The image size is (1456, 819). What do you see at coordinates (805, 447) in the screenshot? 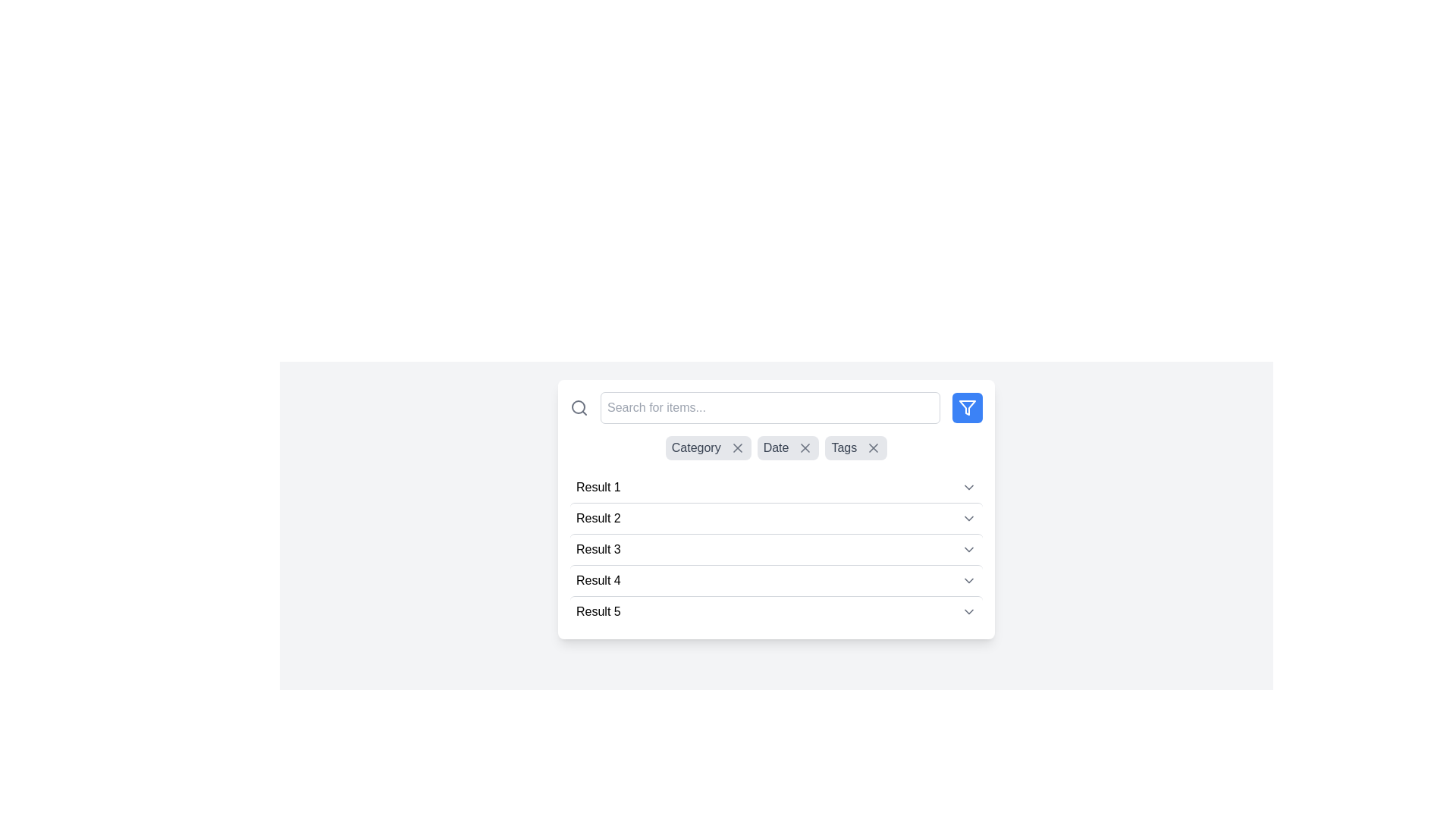
I see `the small cross-shaped icon located above the 'Result 1, Result 2' section in the 'Date' tab of filtering options` at bounding box center [805, 447].